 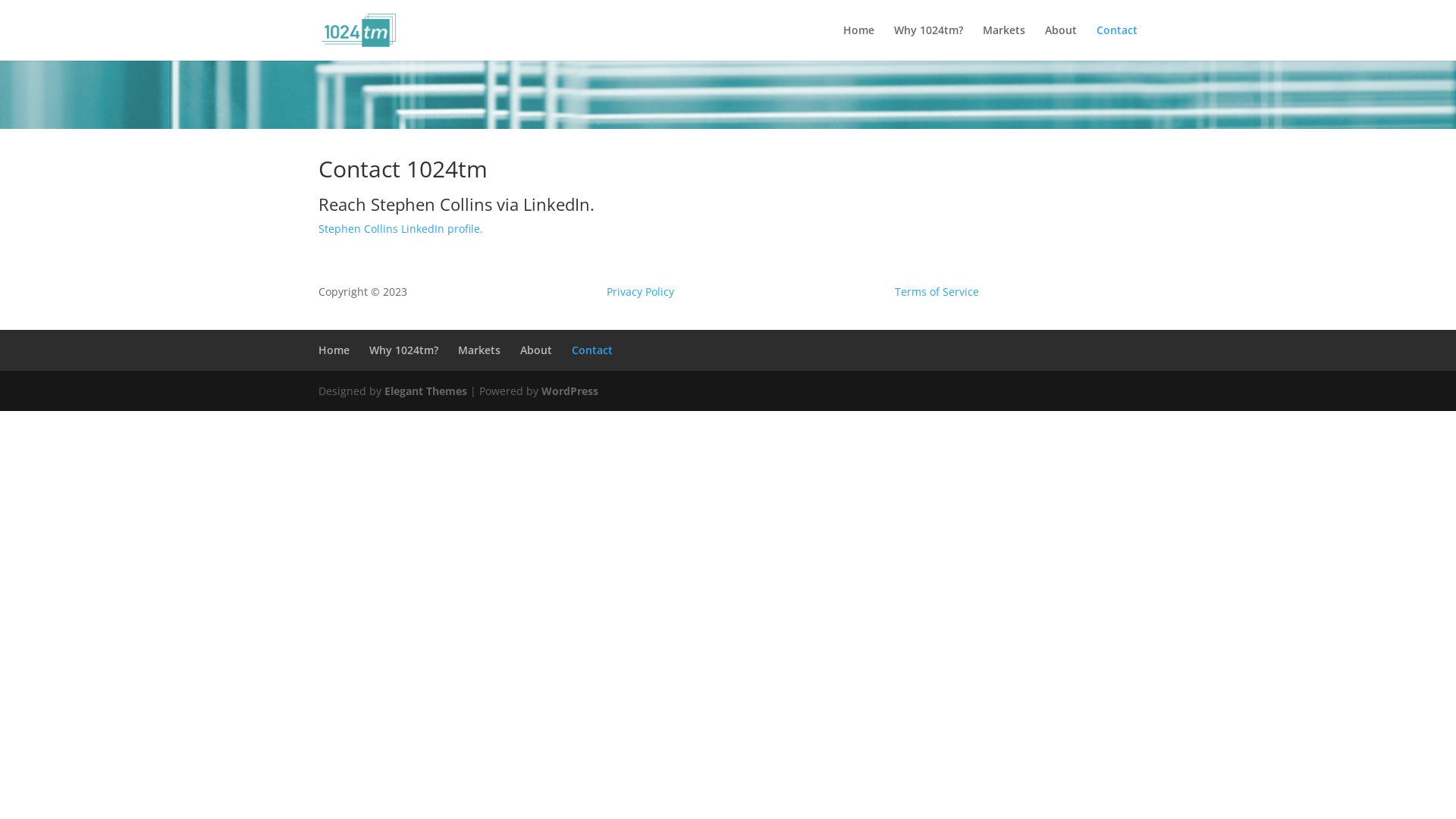 I want to click on 'Why 1024tm?', so click(x=369, y=350).